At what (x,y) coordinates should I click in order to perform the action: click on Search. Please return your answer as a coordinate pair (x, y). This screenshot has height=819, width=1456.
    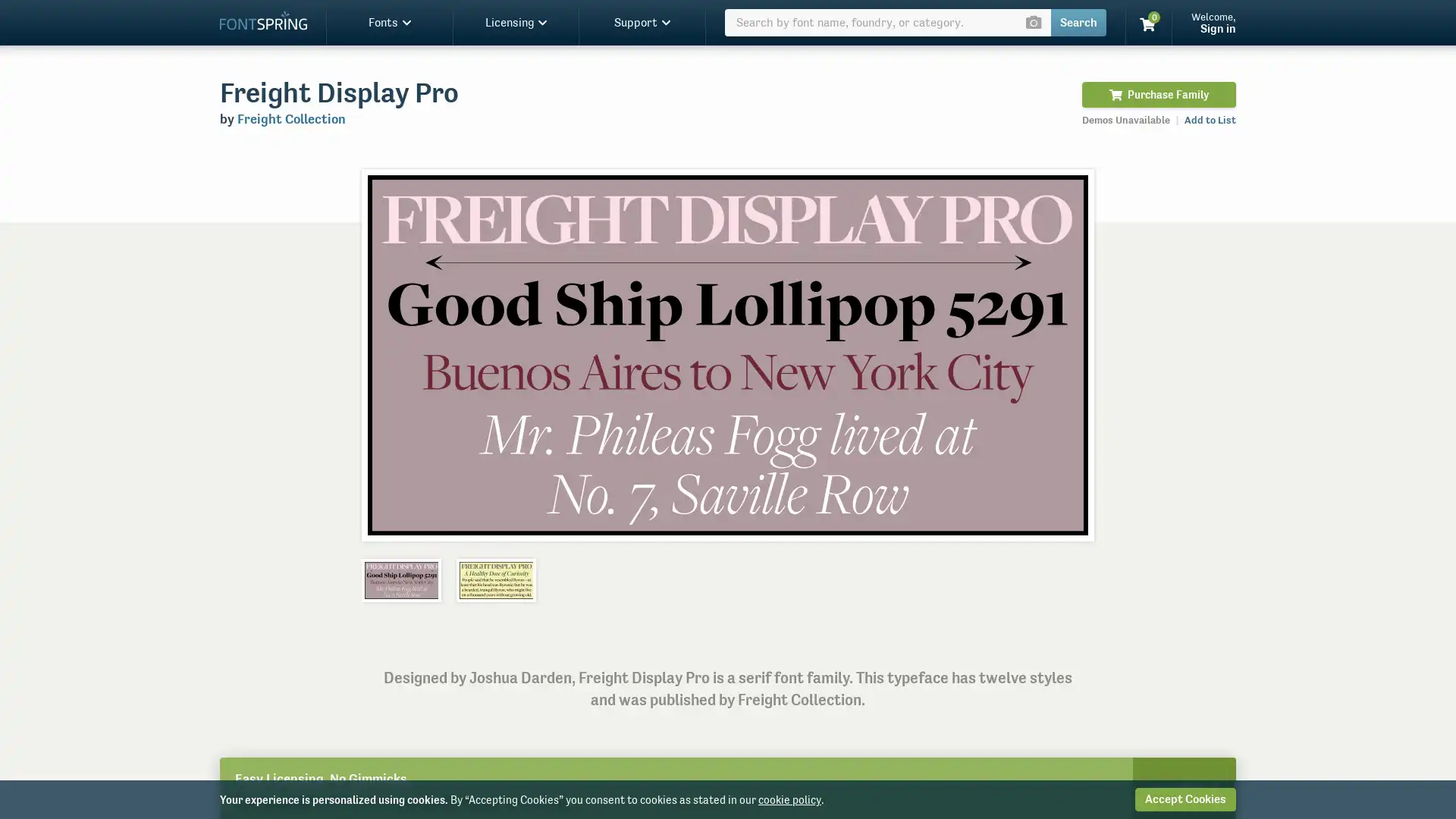
    Looking at the image, I should click on (1078, 23).